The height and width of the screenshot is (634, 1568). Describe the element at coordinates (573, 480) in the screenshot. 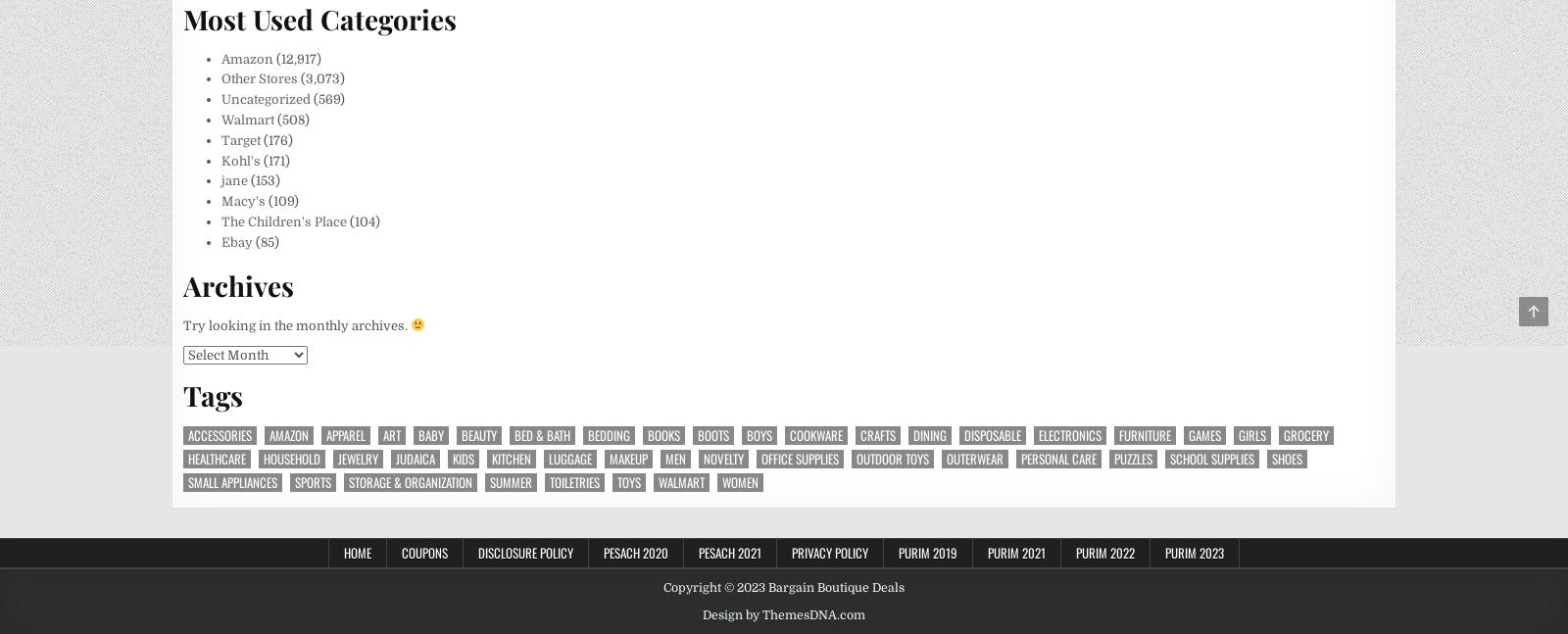

I see `'Toiletries'` at that location.